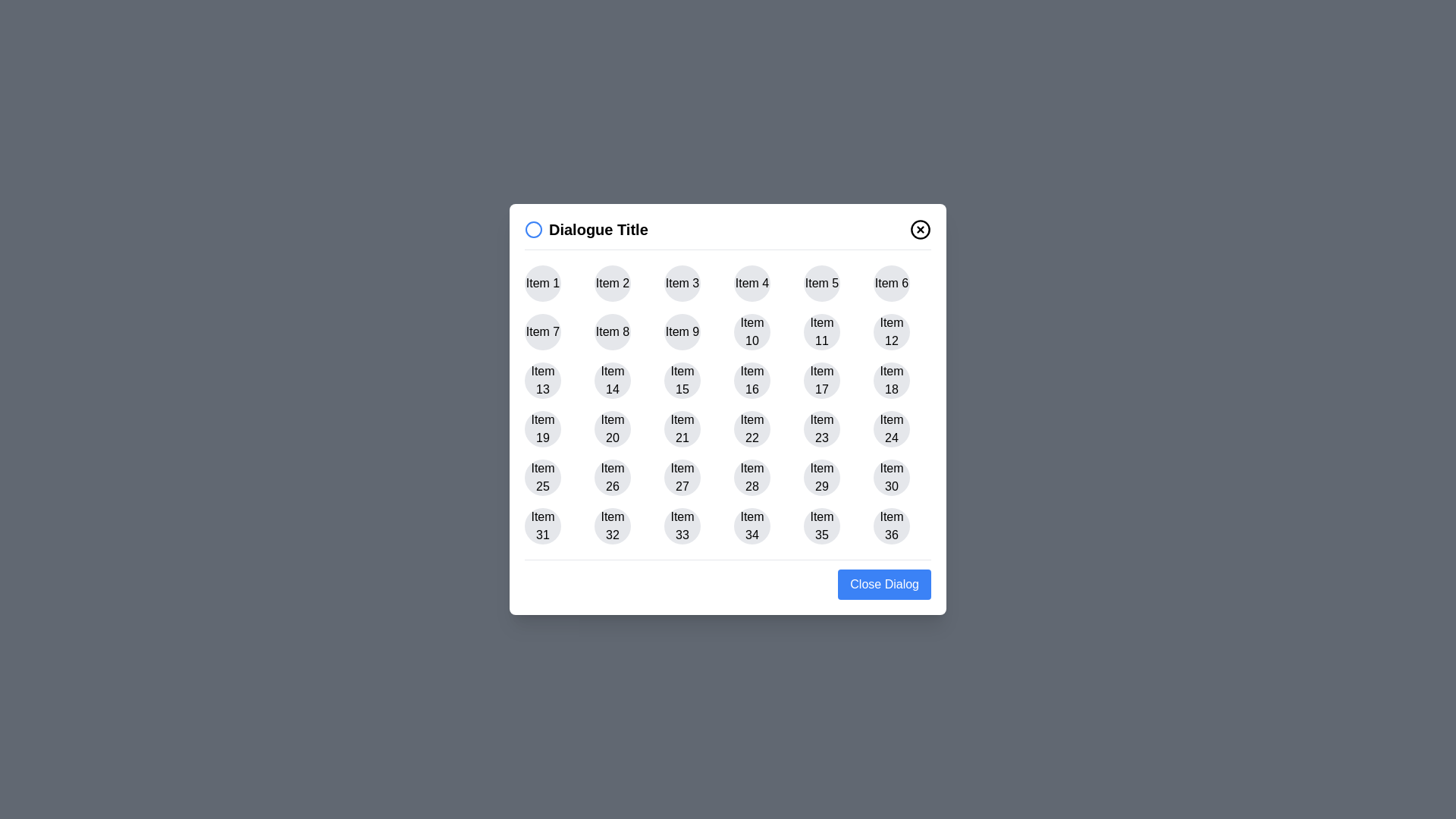 The height and width of the screenshot is (819, 1456). I want to click on the 'X' button to close the dialog, so click(920, 230).